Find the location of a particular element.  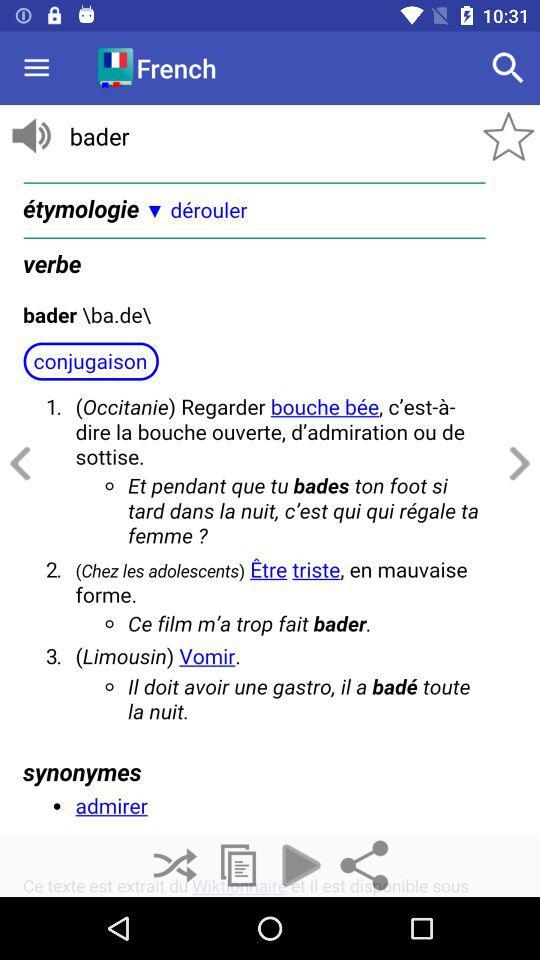

the share icon is located at coordinates (363, 864).